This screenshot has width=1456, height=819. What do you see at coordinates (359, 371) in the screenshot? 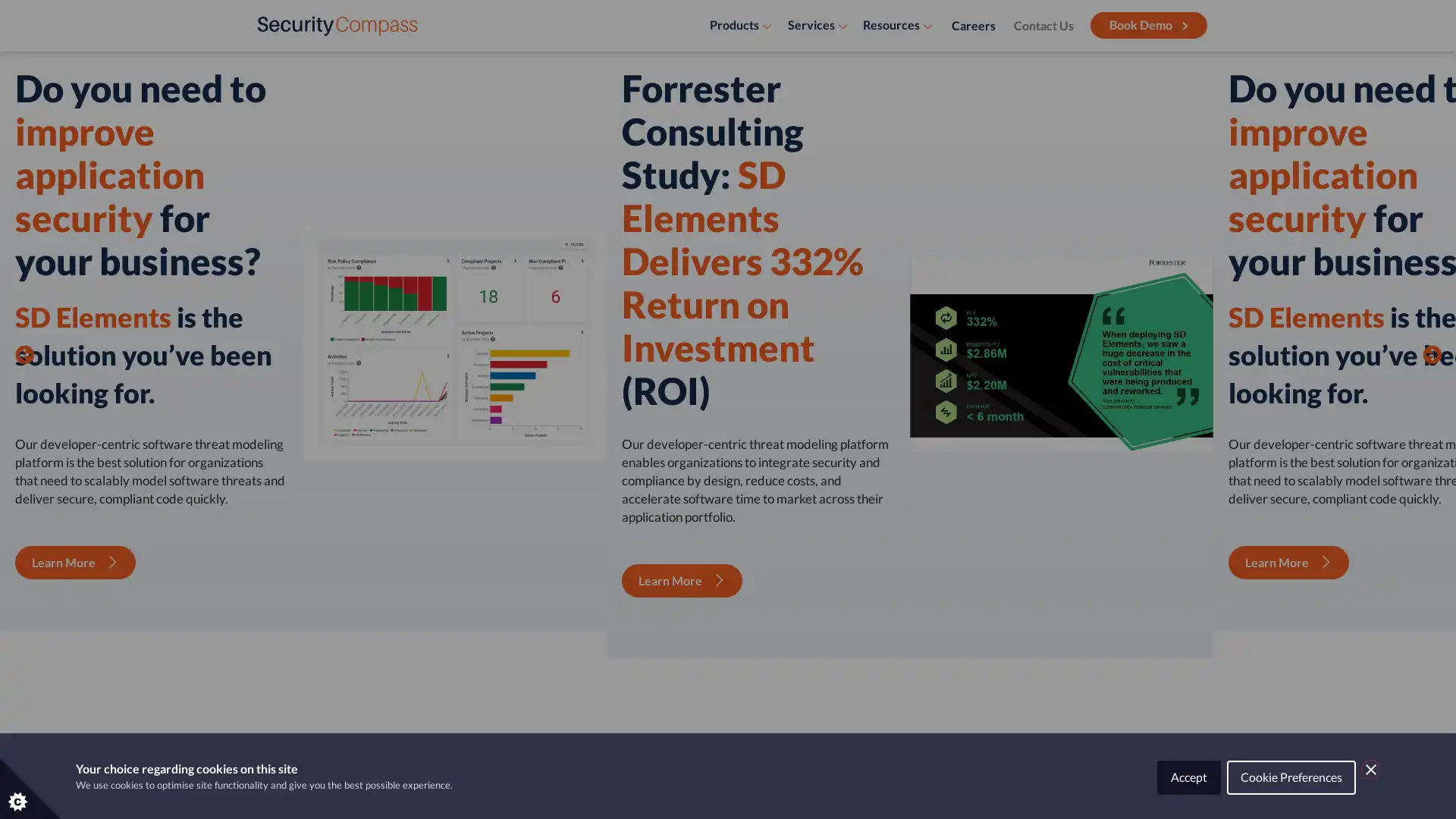
I see `Learn More` at bounding box center [359, 371].